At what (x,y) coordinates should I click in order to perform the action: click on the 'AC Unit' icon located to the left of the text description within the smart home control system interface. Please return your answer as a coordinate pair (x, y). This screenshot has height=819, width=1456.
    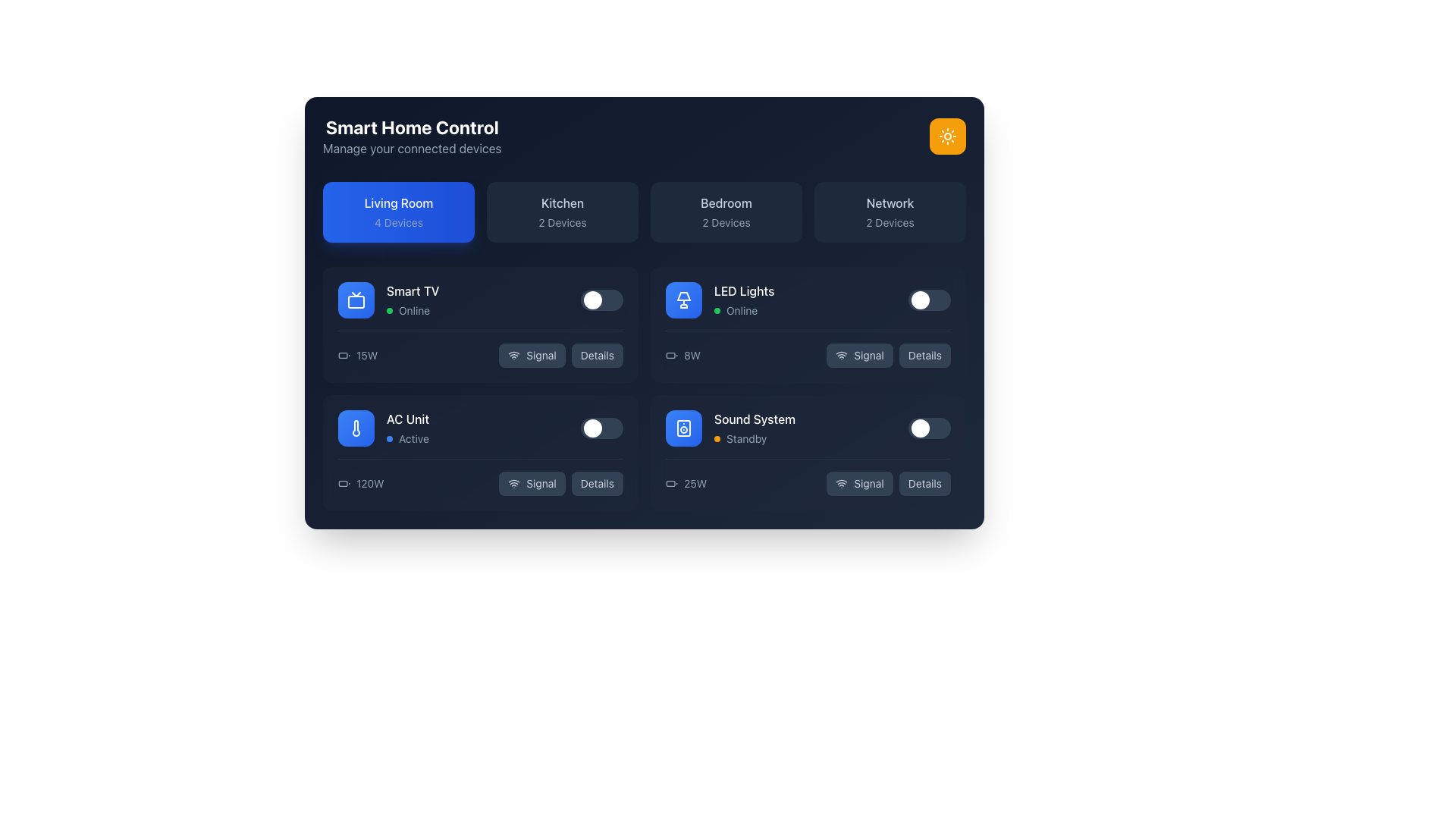
    Looking at the image, I should click on (356, 428).